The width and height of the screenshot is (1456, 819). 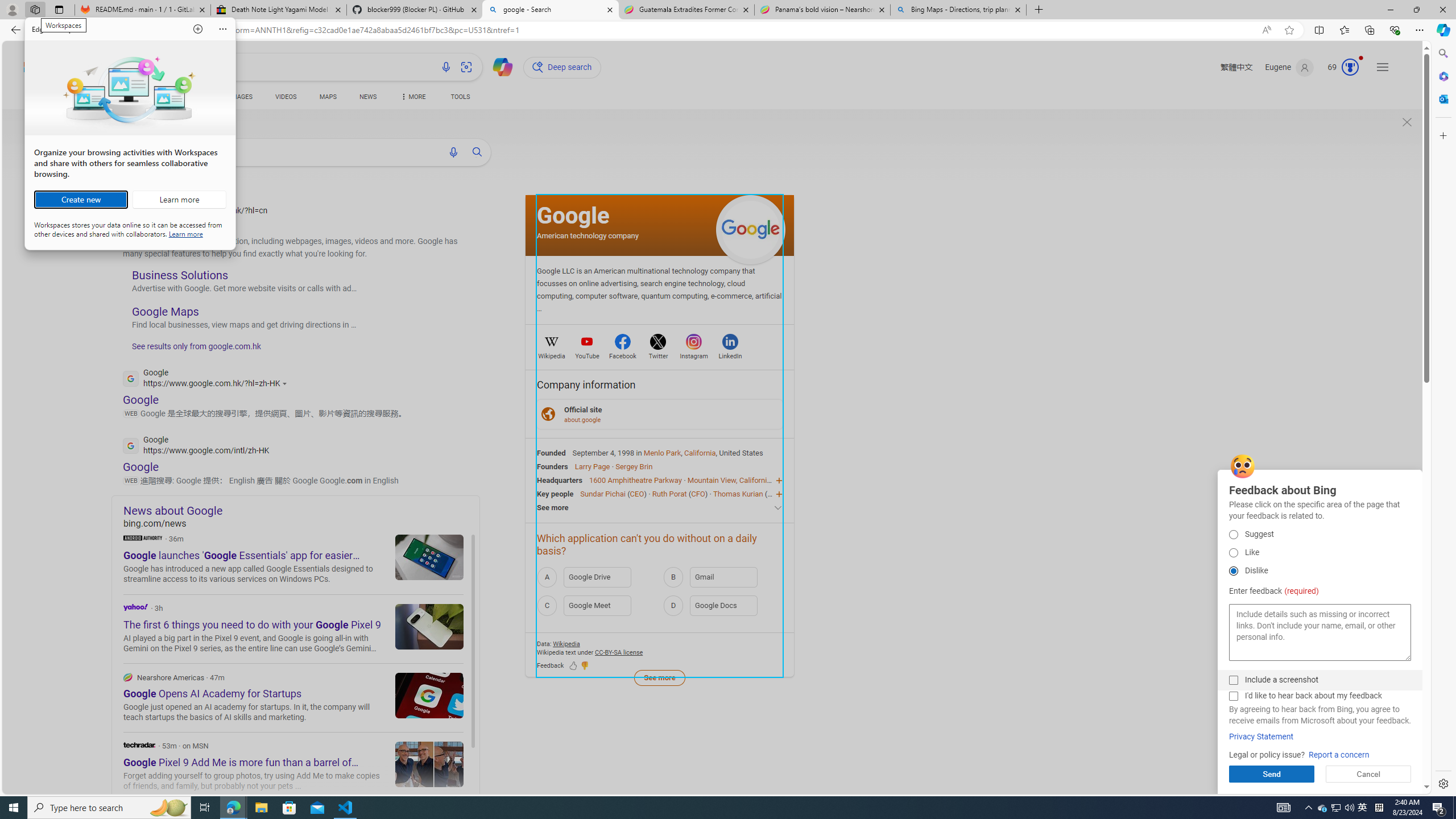 What do you see at coordinates (178, 200) in the screenshot?
I see `'Learn more about Workspaces'` at bounding box center [178, 200].